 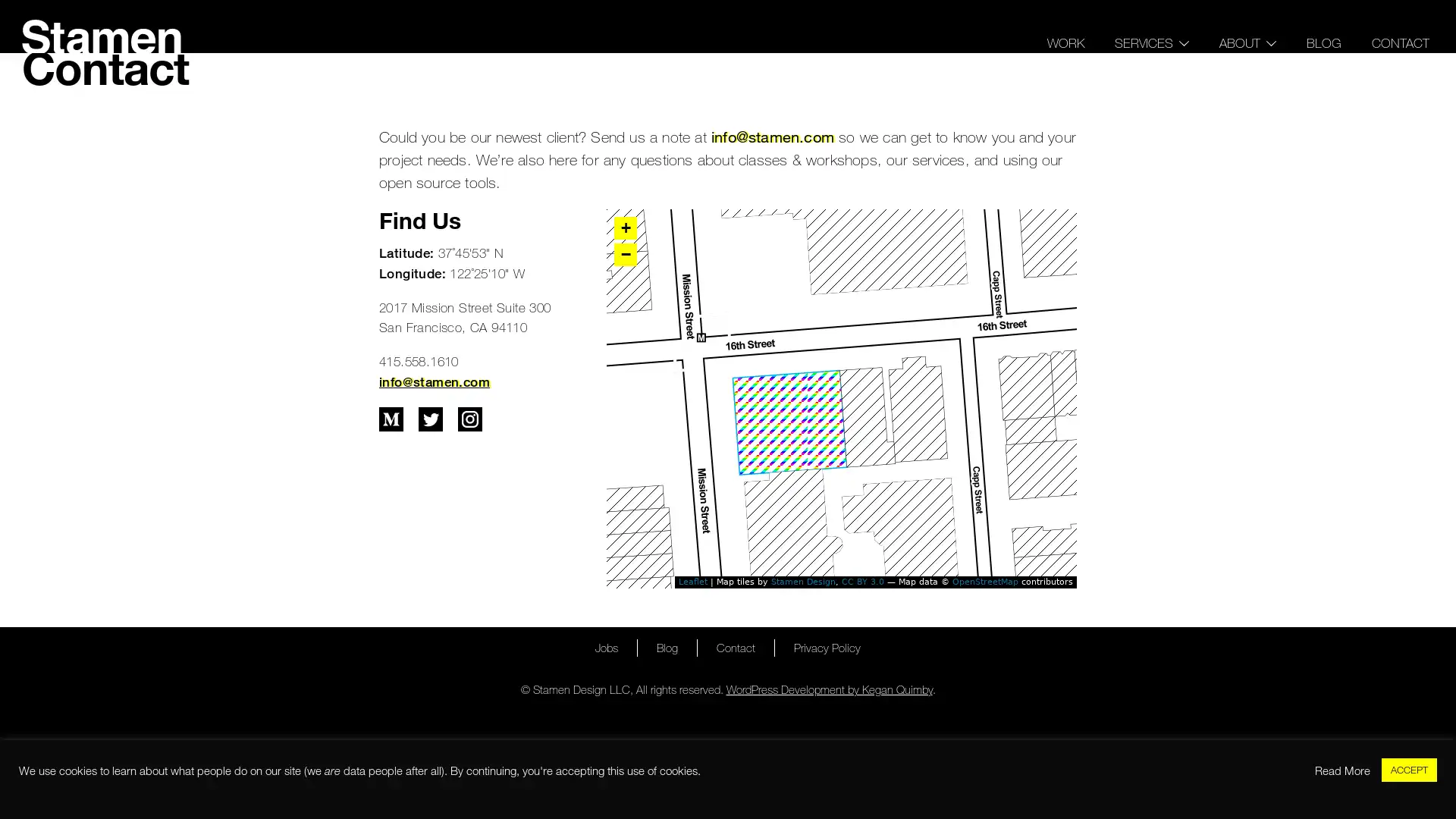 What do you see at coordinates (626, 253) in the screenshot?
I see `Zoom out` at bounding box center [626, 253].